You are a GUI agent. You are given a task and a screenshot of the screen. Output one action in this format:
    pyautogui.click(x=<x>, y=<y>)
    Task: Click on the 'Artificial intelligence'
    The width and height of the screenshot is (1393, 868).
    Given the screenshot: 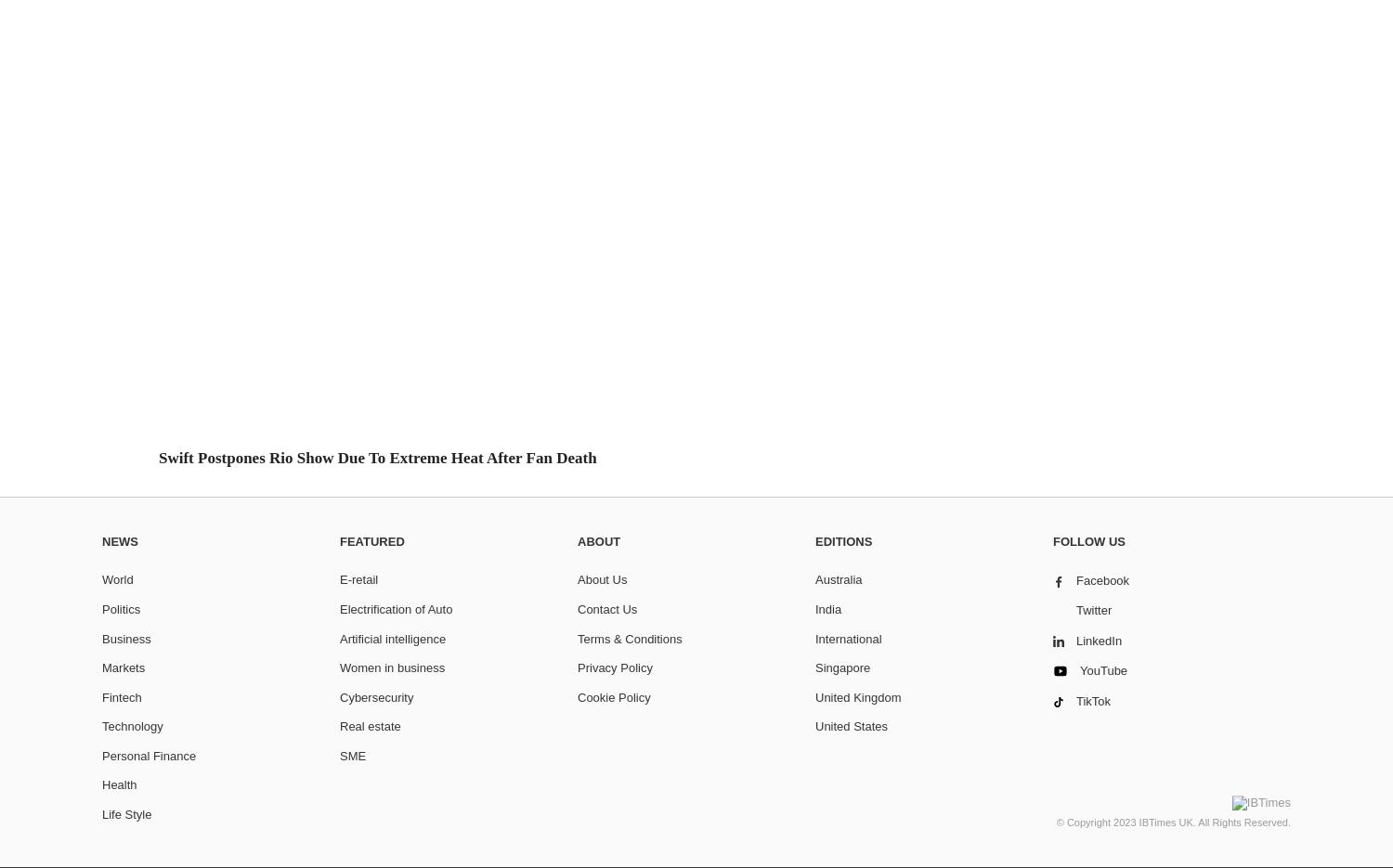 What is the action you would take?
    pyautogui.click(x=339, y=637)
    